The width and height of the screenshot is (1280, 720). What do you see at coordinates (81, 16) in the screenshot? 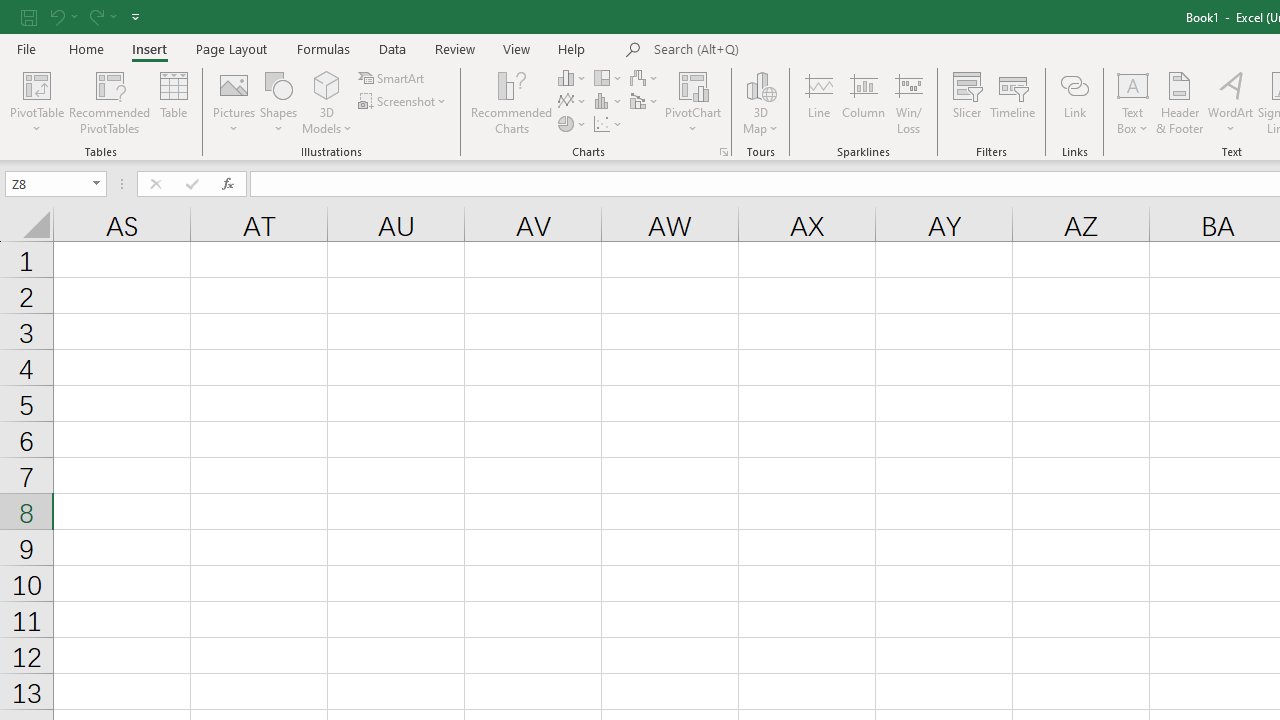
I see `'Quick Access Toolbar'` at bounding box center [81, 16].